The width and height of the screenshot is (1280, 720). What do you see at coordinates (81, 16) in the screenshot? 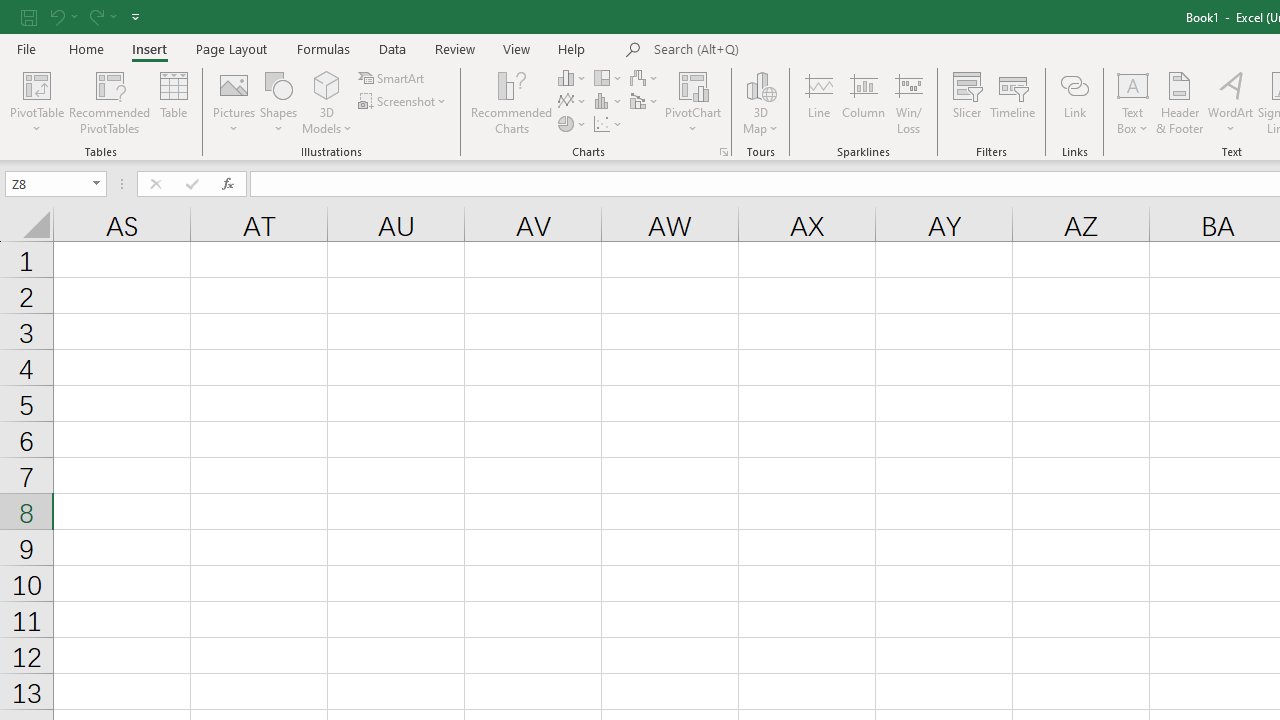
I see `'Quick Access Toolbar'` at bounding box center [81, 16].